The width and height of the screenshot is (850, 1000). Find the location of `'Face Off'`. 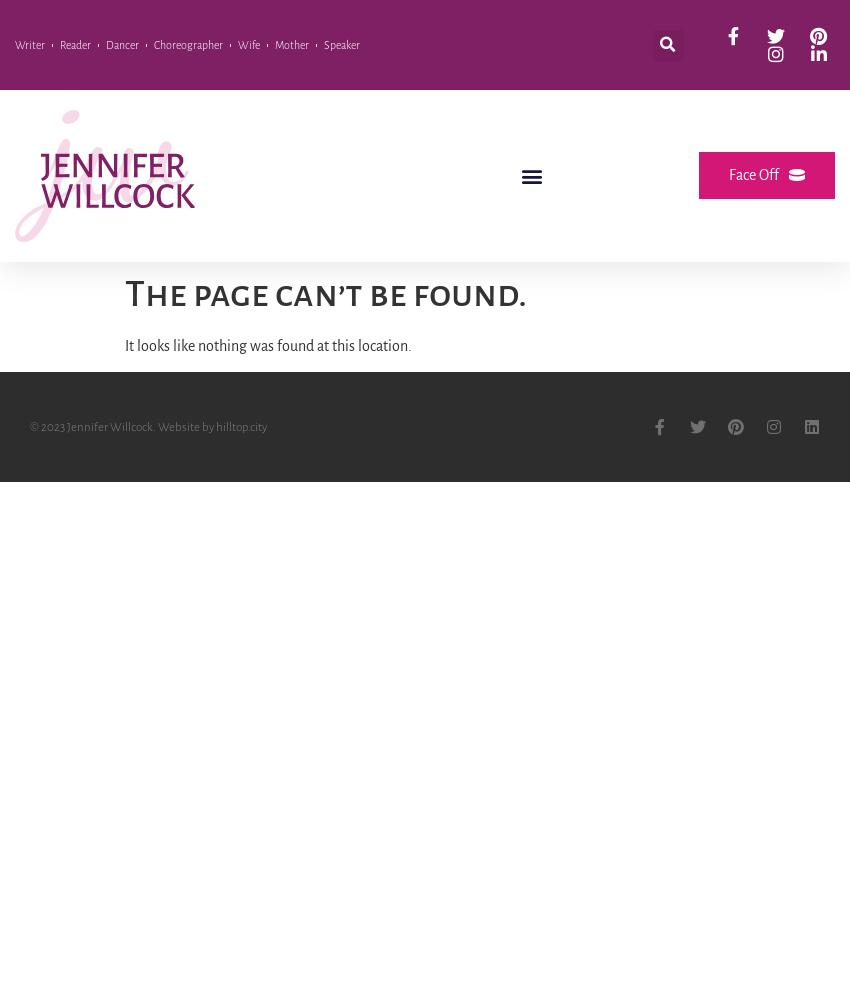

'Face Off' is located at coordinates (754, 175).